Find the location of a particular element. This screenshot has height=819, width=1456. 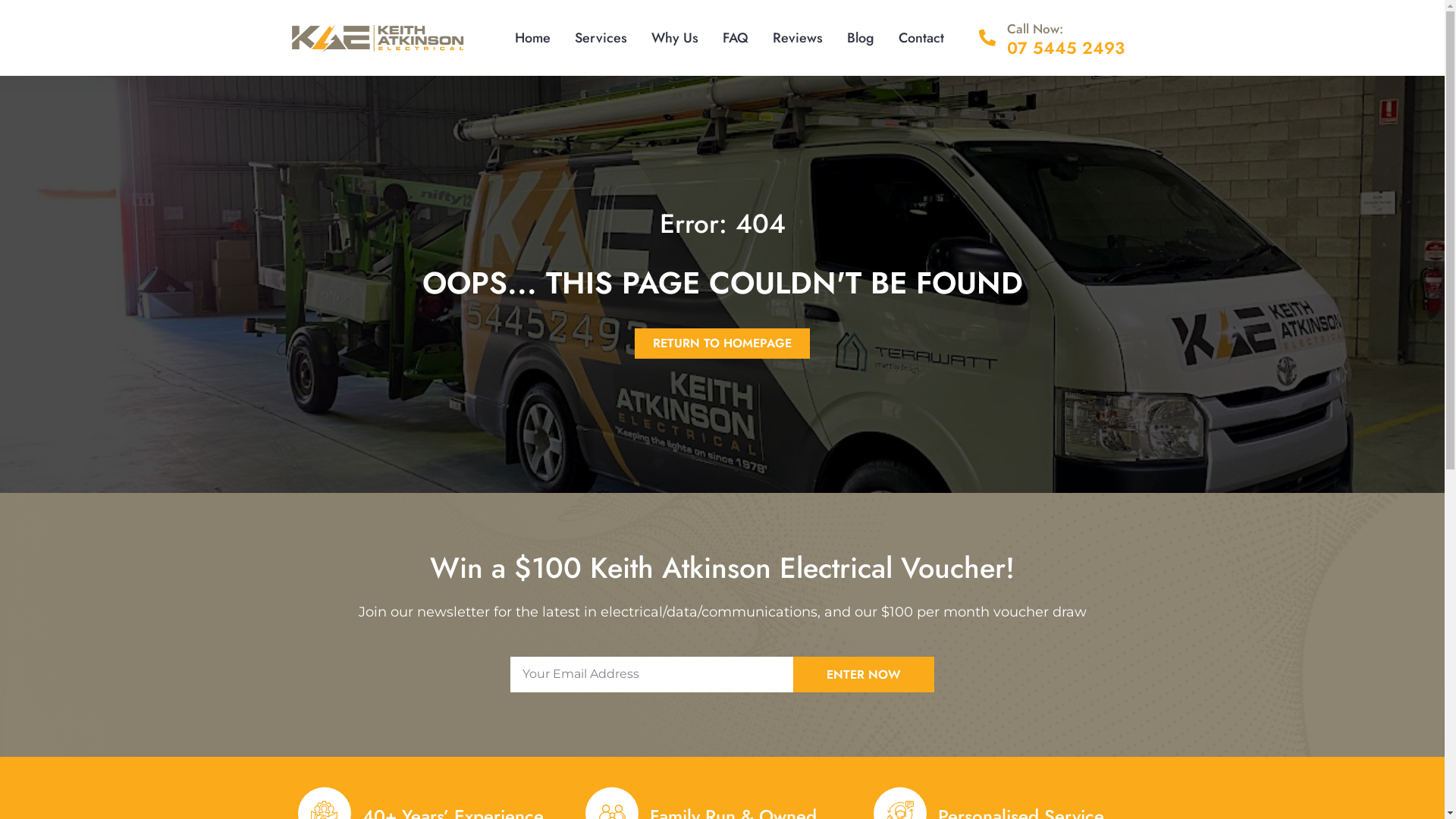

'FAQ' is located at coordinates (735, 37).